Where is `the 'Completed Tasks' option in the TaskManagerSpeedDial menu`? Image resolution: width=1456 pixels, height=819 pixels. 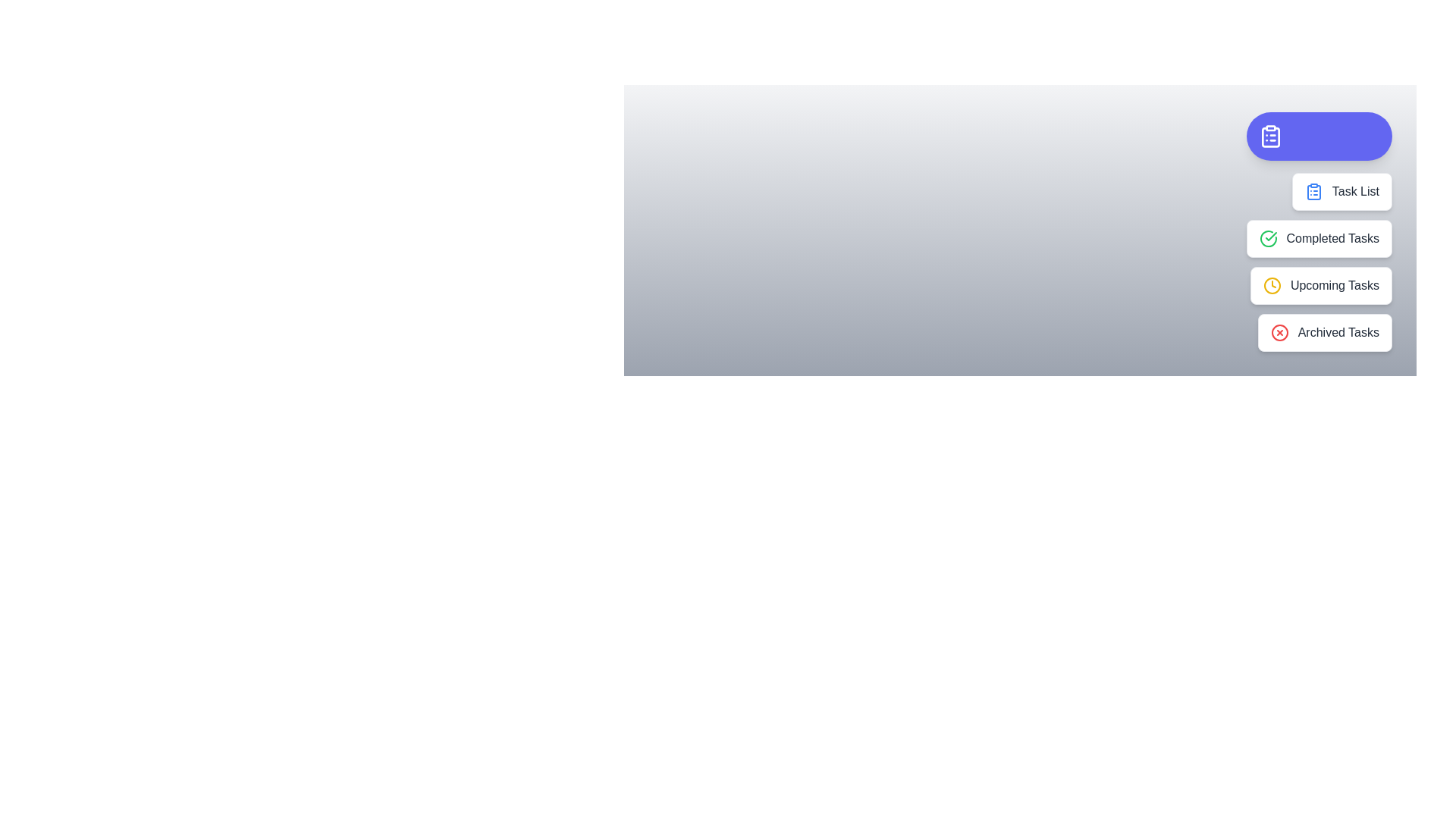 the 'Completed Tasks' option in the TaskManagerSpeedDial menu is located at coordinates (1317, 239).